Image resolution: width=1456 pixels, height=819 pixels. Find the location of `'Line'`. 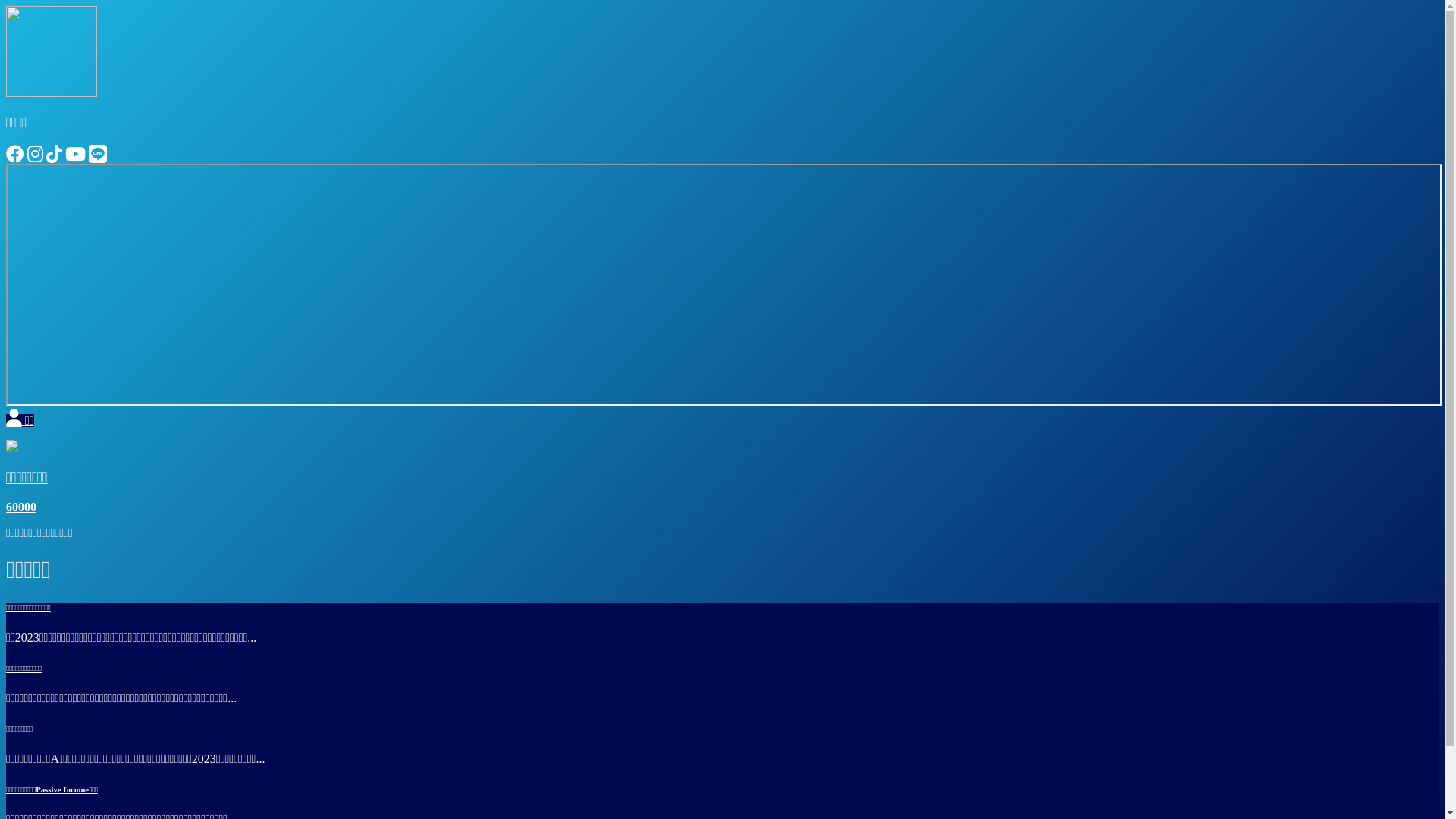

'Line' is located at coordinates (97, 156).